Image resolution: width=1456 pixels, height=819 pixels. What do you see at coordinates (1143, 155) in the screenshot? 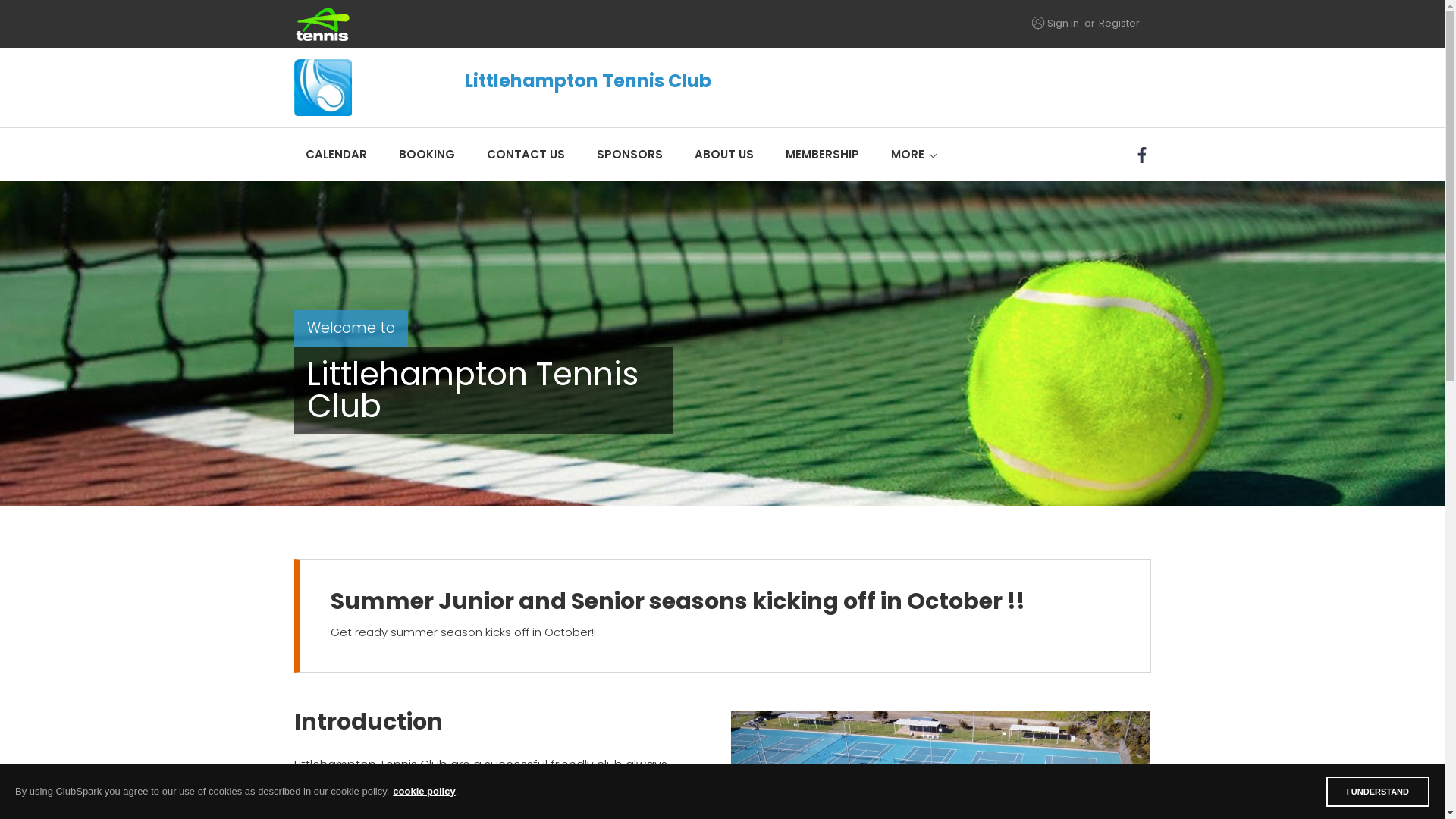
I see `'Facebook'` at bounding box center [1143, 155].